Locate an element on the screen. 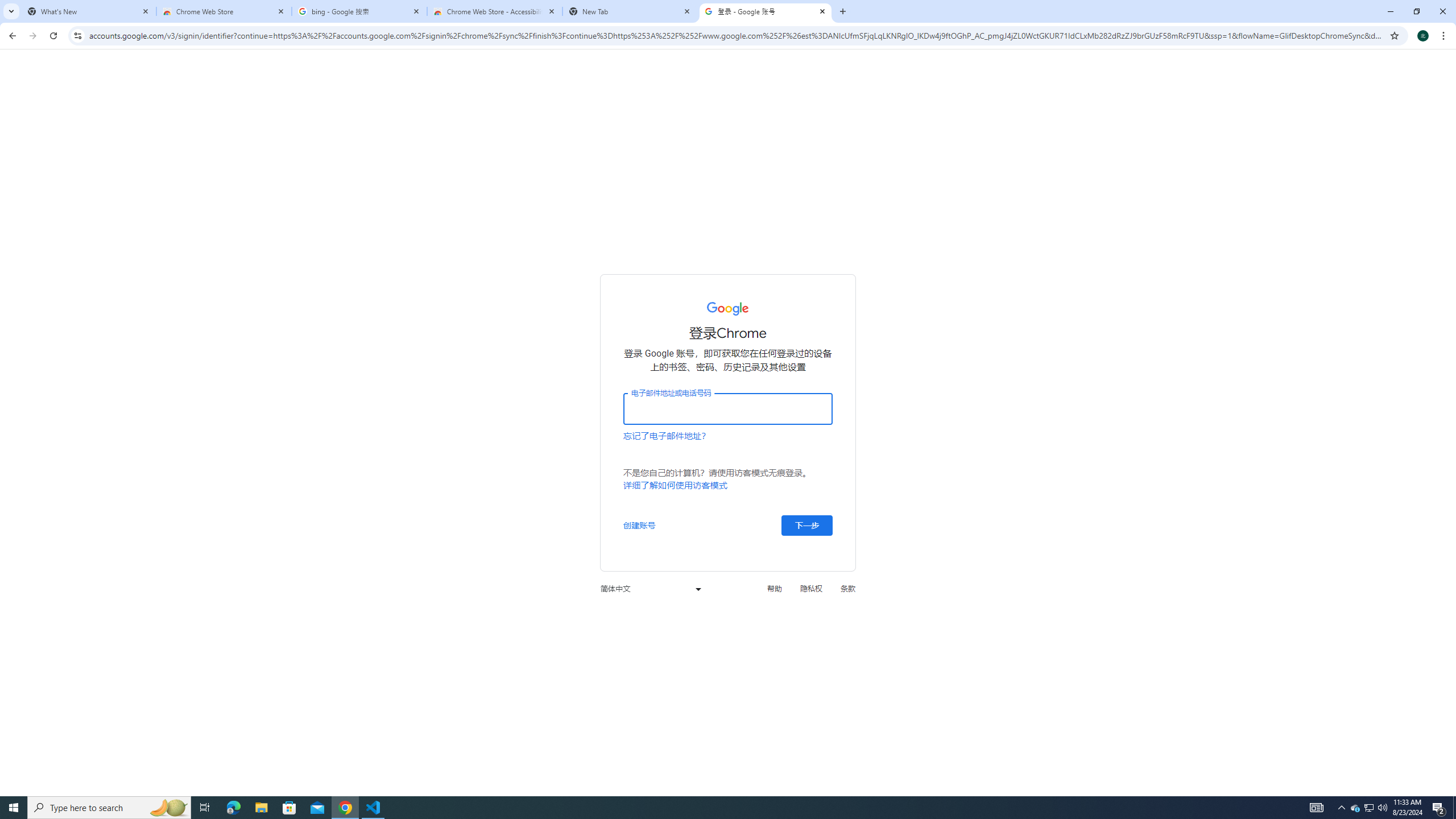 This screenshot has width=1456, height=819. 'Chrome Web Store' is located at coordinates (224, 11).